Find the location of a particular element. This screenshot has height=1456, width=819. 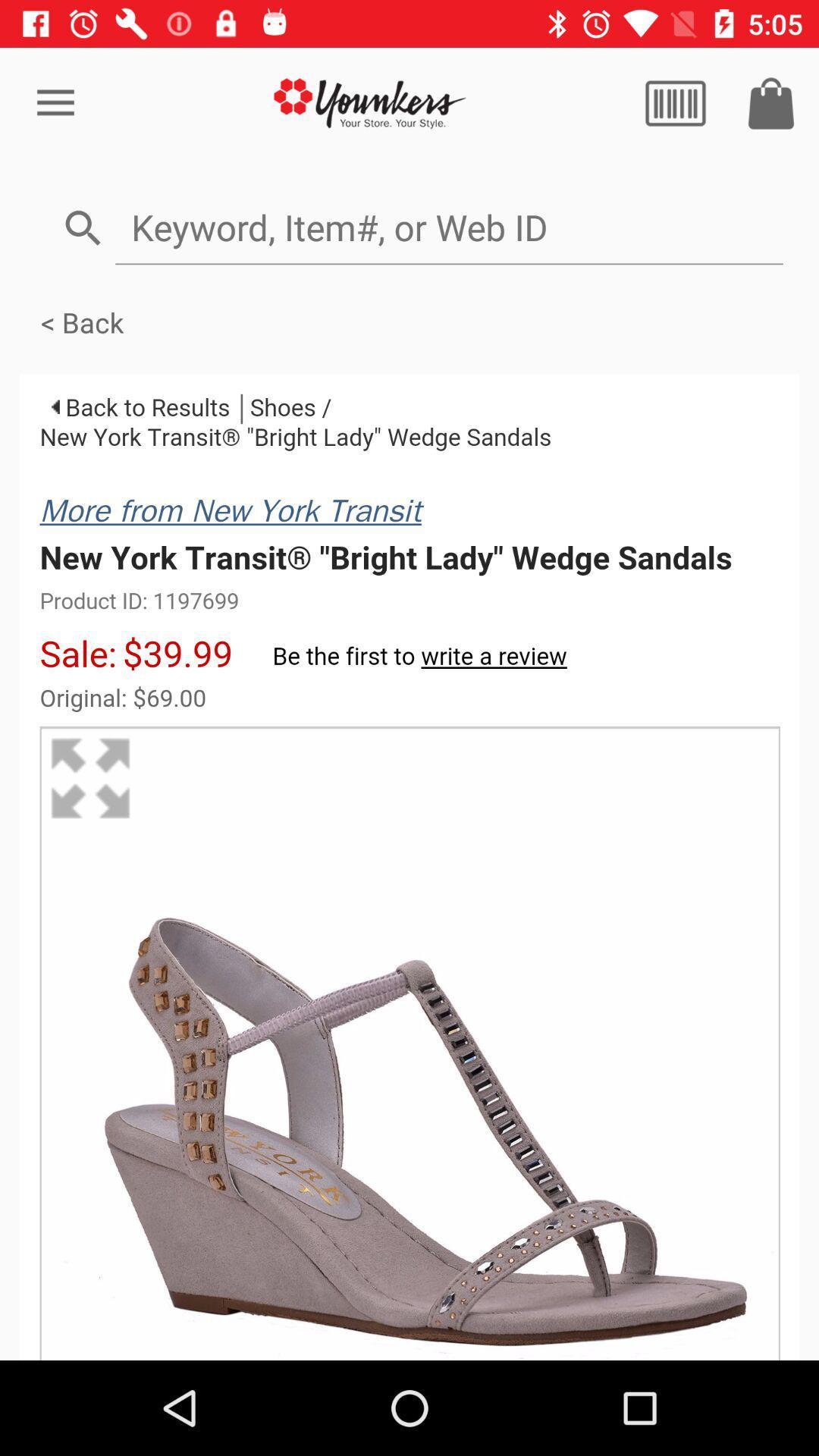

search for an item is located at coordinates (448, 226).